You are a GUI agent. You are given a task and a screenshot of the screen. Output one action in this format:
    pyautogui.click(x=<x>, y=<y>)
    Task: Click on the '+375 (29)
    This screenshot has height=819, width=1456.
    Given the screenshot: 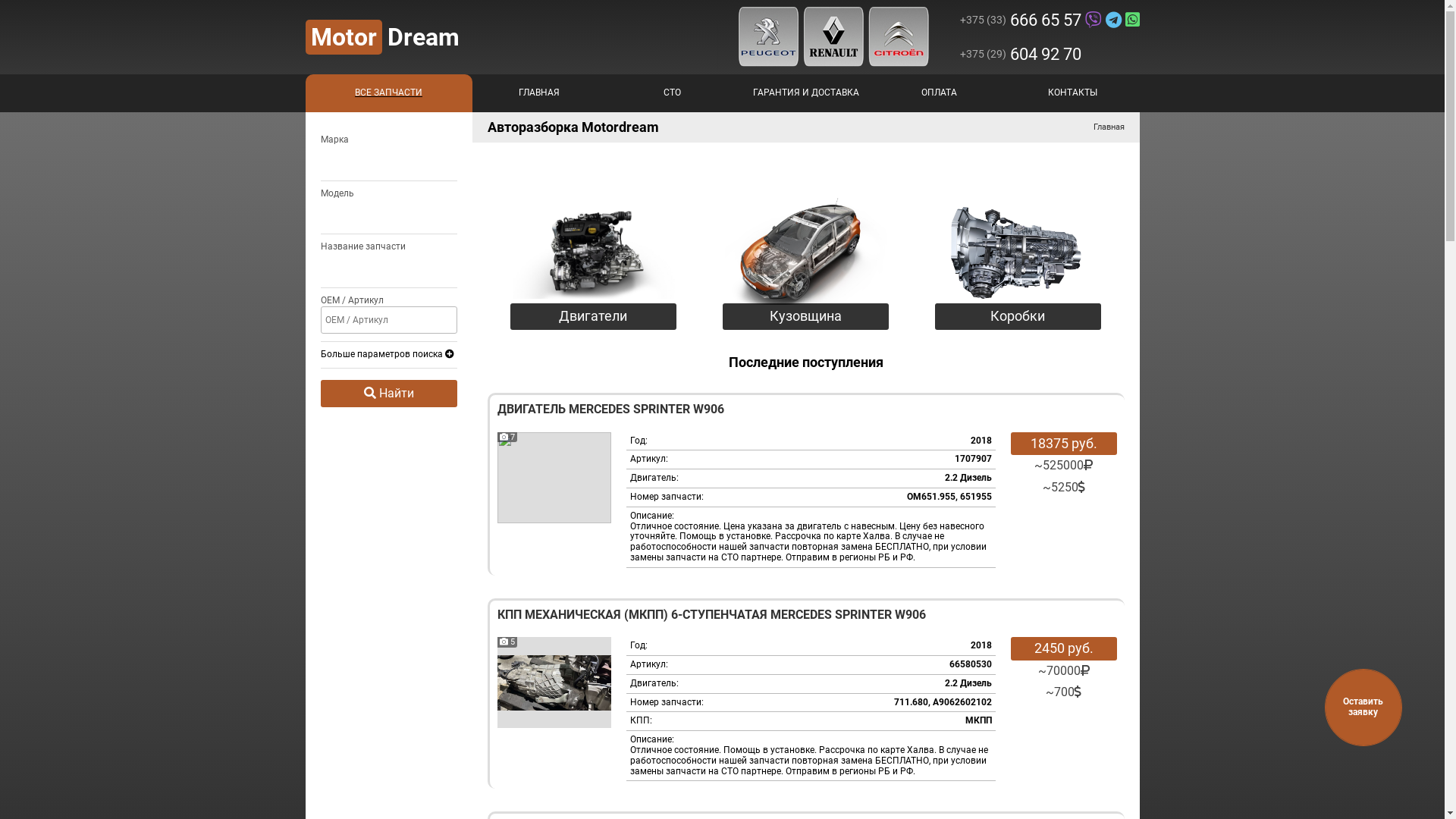 What is the action you would take?
    pyautogui.click(x=1049, y=53)
    